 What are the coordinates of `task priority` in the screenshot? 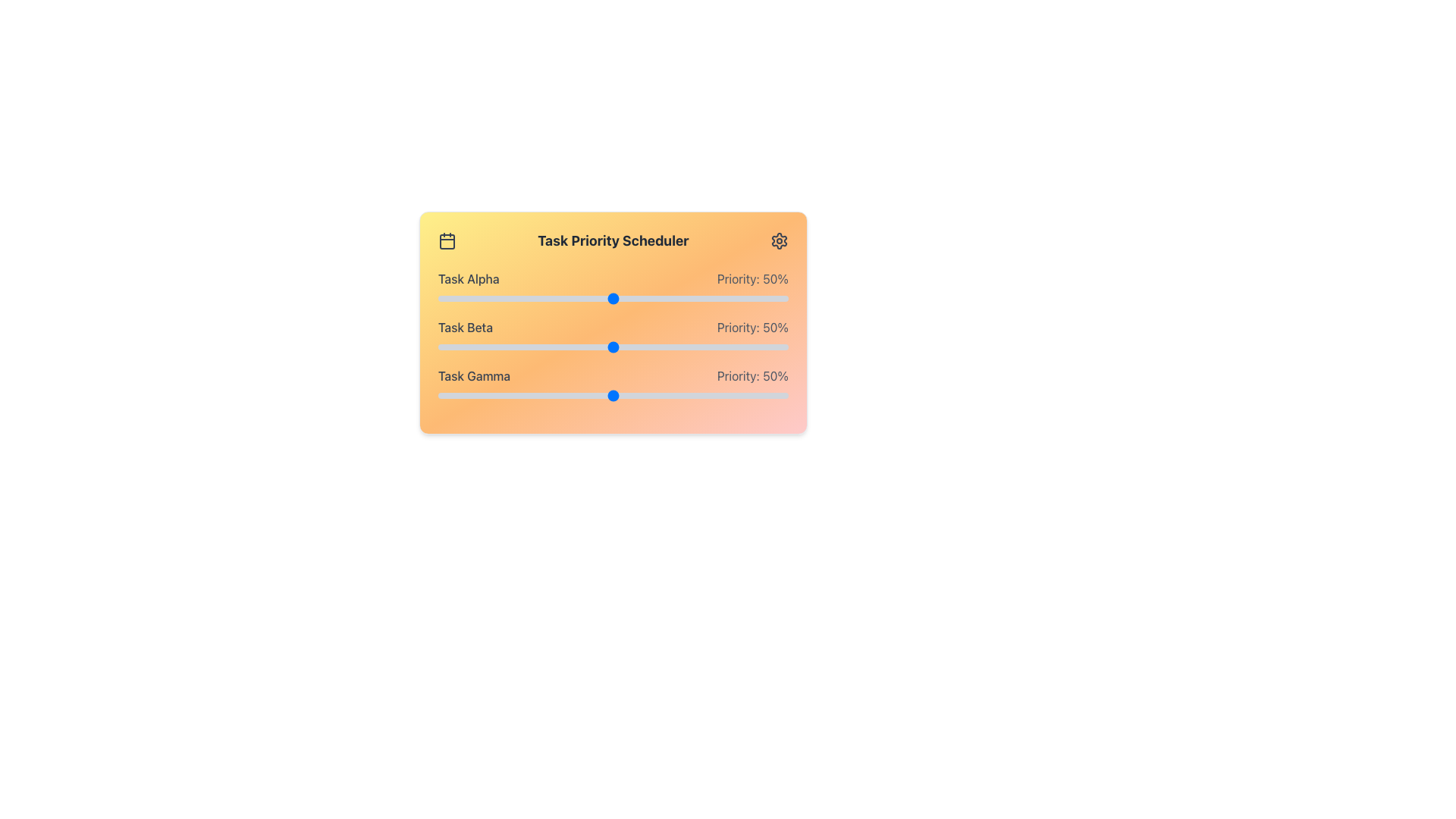 It's located at (750, 394).